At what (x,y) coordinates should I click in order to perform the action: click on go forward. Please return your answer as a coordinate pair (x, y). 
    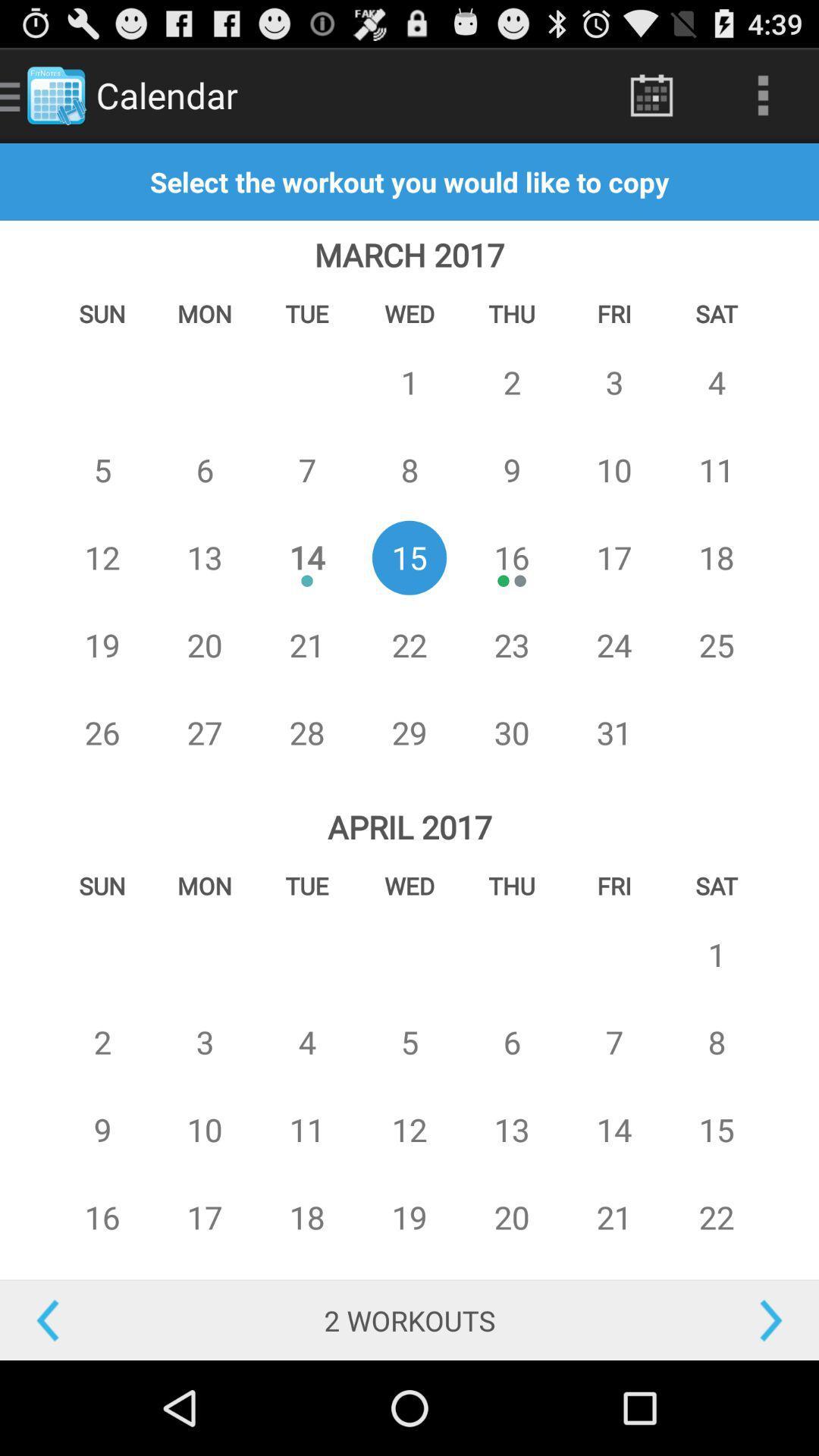
    Looking at the image, I should click on (717, 1319).